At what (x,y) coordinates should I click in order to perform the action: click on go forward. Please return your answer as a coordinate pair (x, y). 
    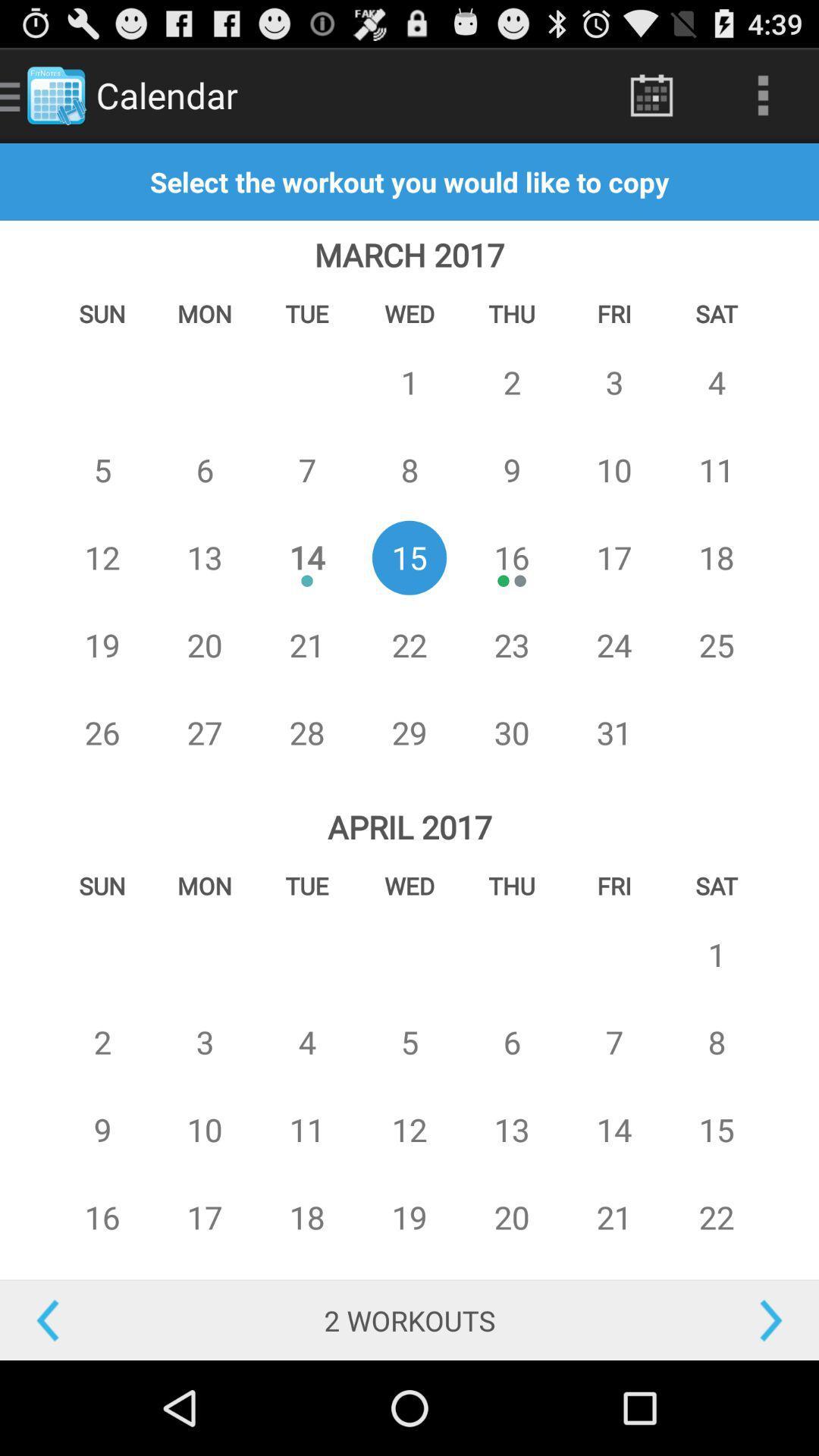
    Looking at the image, I should click on (717, 1319).